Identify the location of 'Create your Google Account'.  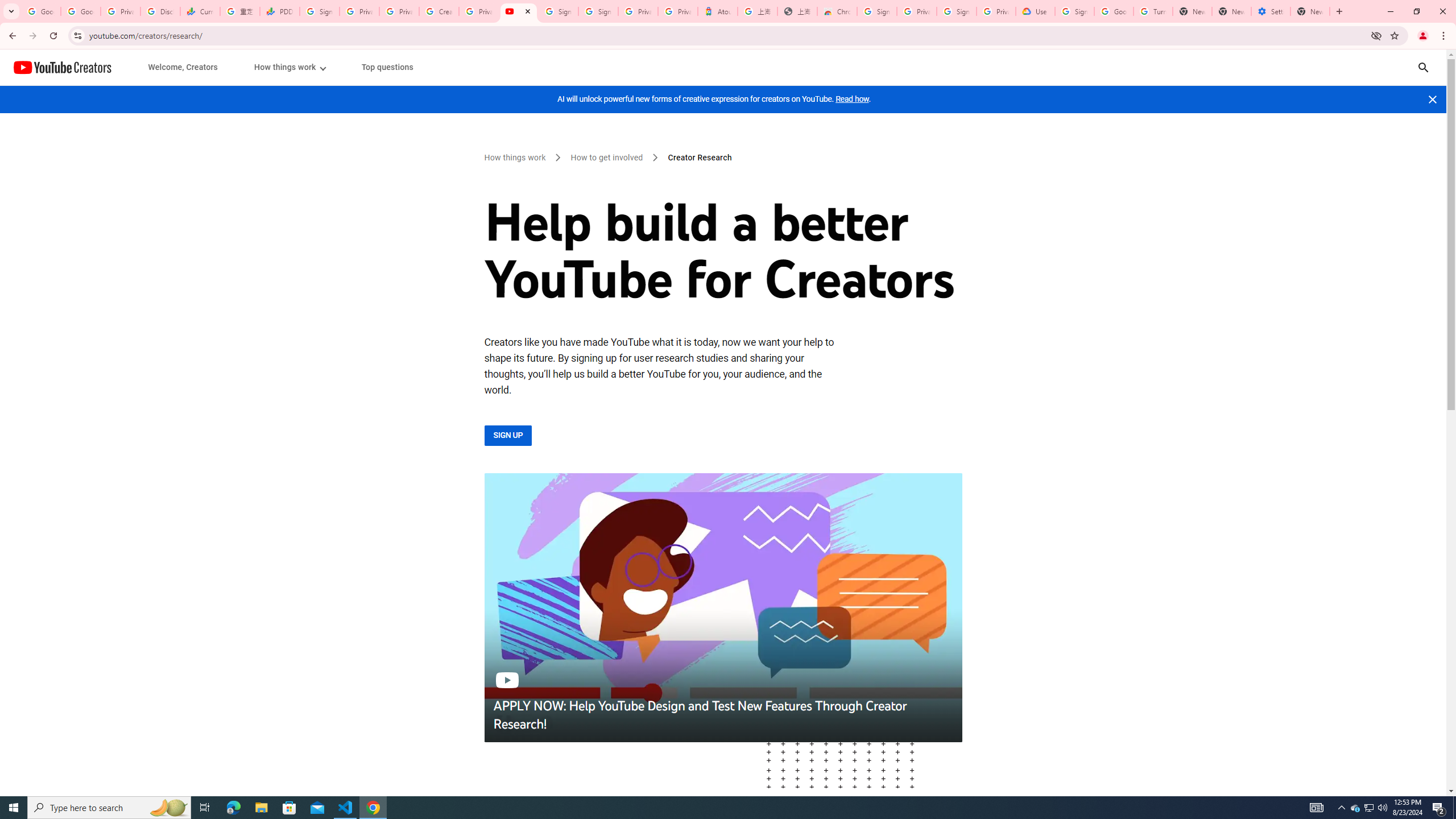
(438, 11).